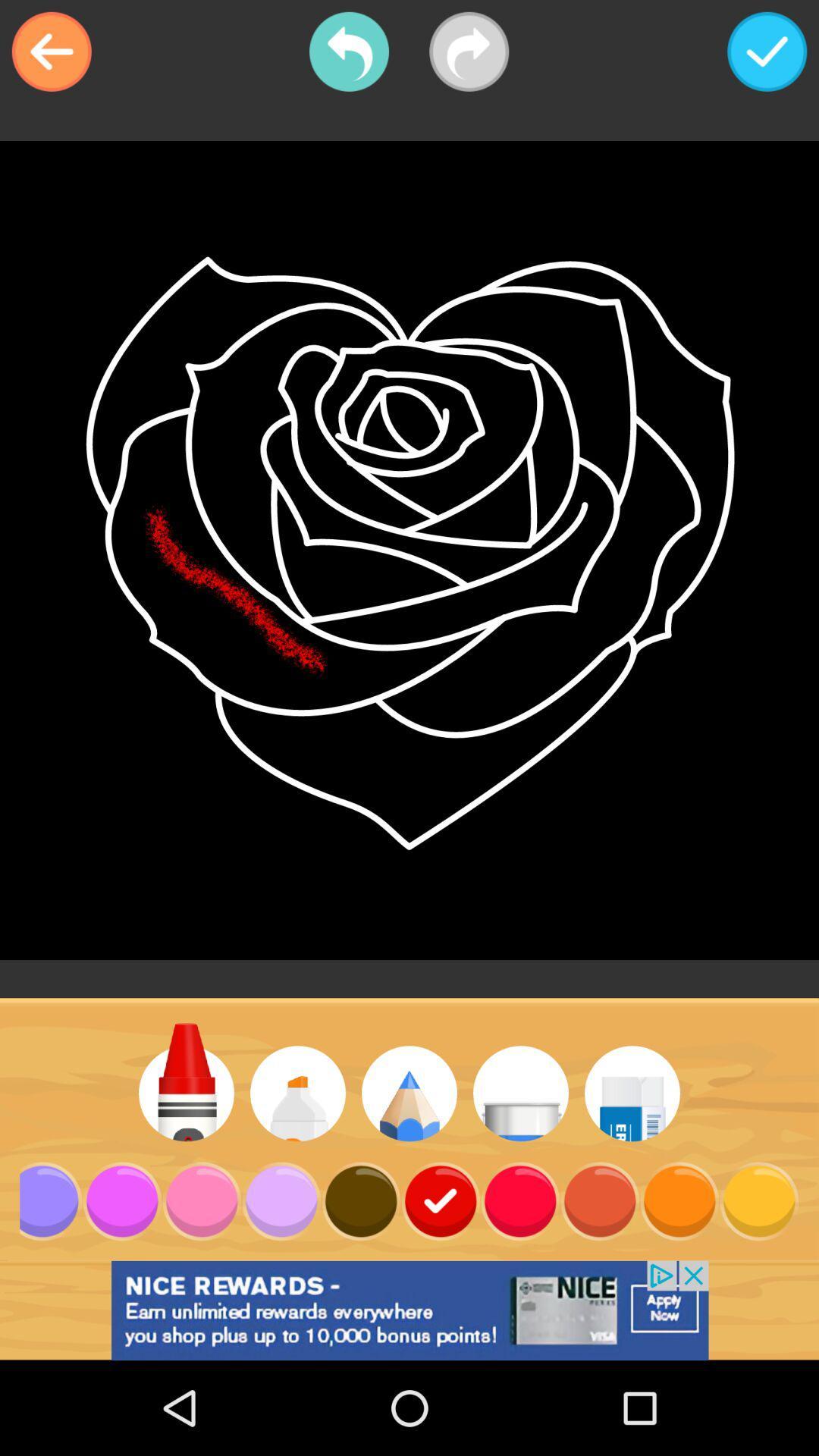  What do you see at coordinates (767, 52) in the screenshot?
I see `icon at the top right corner` at bounding box center [767, 52].